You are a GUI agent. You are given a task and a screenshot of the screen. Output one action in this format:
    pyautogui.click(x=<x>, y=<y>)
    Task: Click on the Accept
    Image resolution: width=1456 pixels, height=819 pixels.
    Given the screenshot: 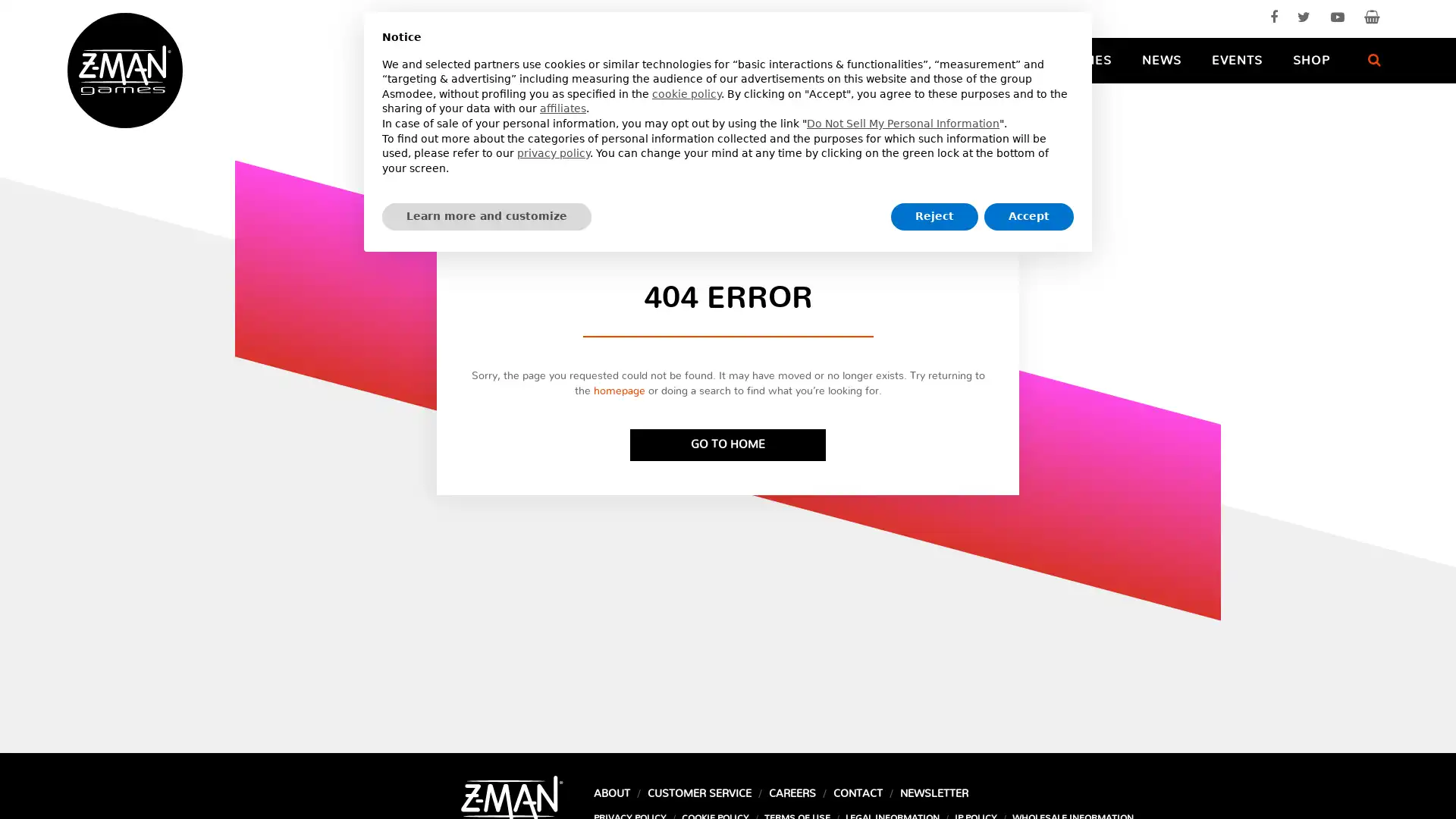 What is the action you would take?
    pyautogui.click(x=1029, y=216)
    